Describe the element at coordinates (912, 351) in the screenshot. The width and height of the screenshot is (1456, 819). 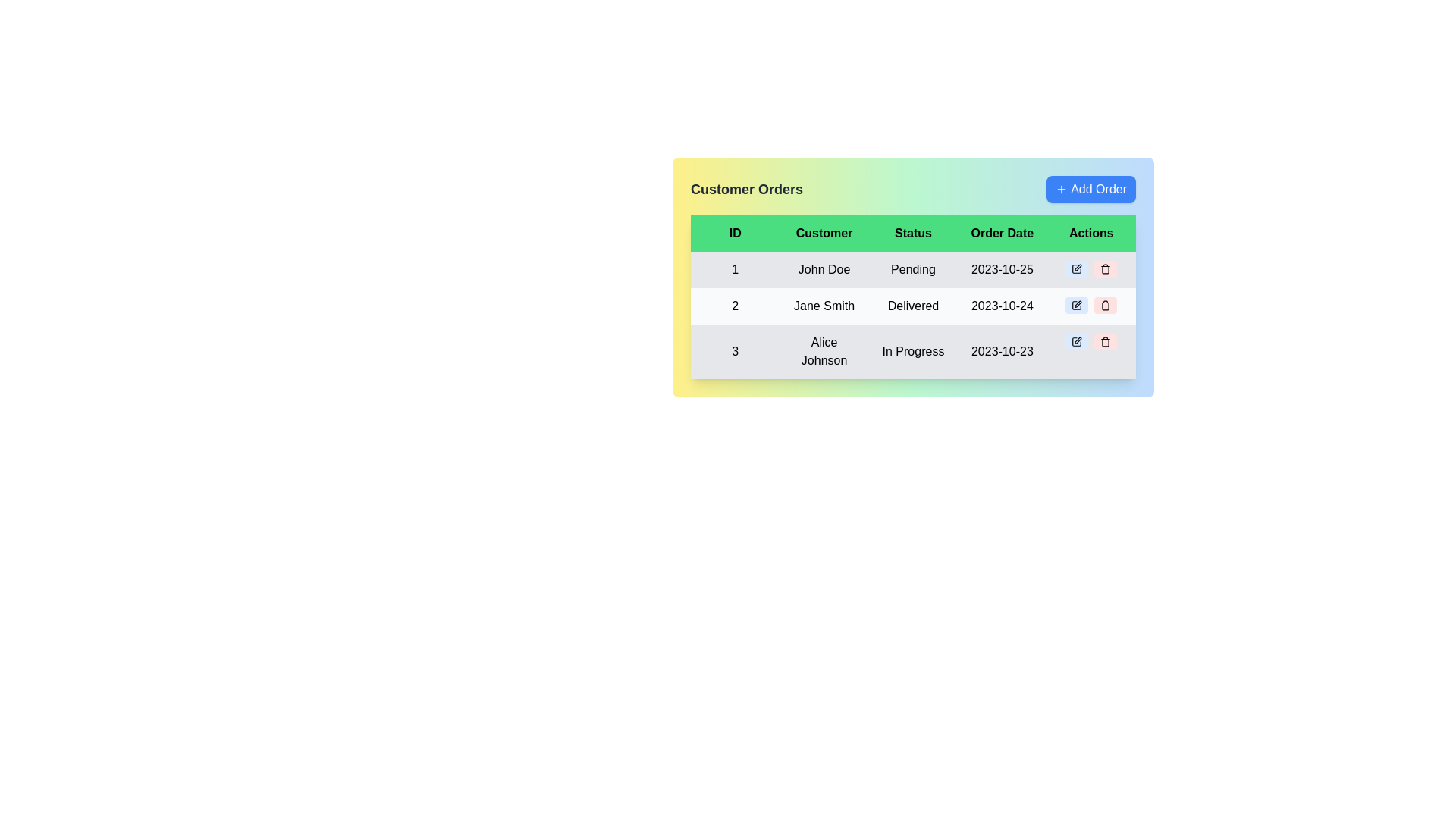
I see `the 'Status' text label in the third row of the customer orders table, which indicates the order status and is positioned between the 'Customer' column for 'Alice Johnson' and the 'Order Date' column for '2023-10-23'` at that location.